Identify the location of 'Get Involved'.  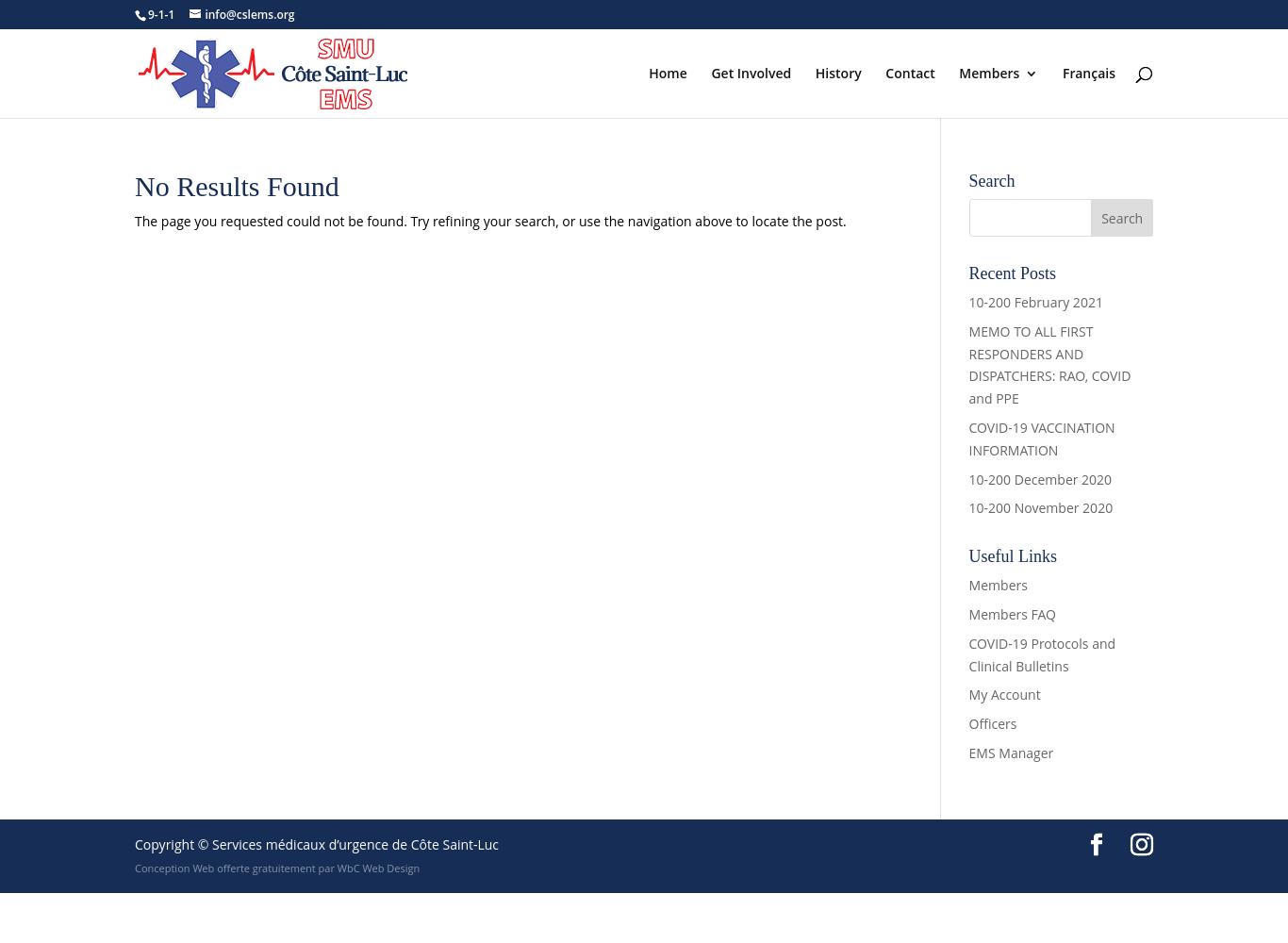
(751, 72).